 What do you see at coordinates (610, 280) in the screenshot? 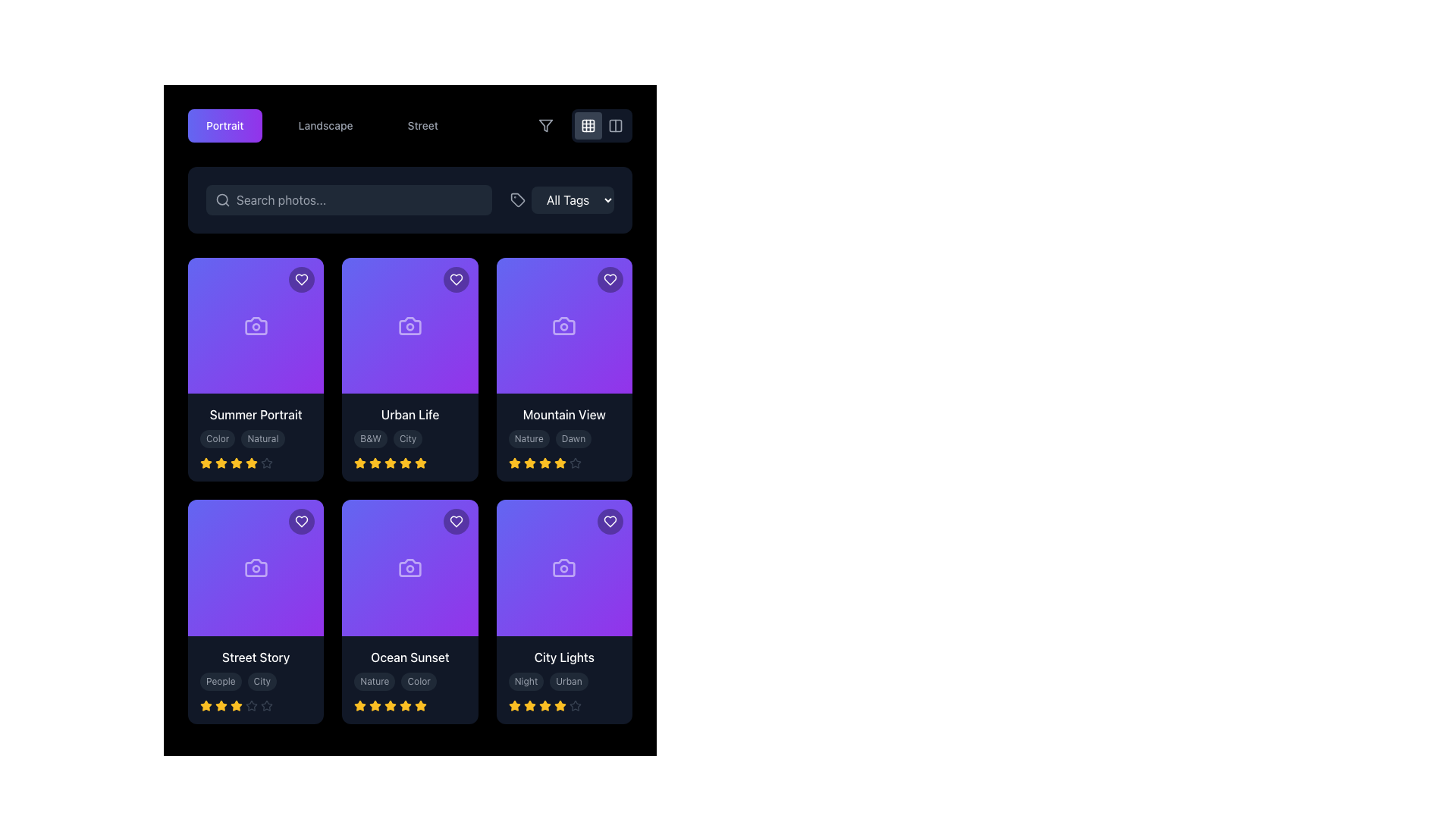
I see `the heart-shaped interactive icon located at the top-right corner of the 'Mountain View' card` at bounding box center [610, 280].